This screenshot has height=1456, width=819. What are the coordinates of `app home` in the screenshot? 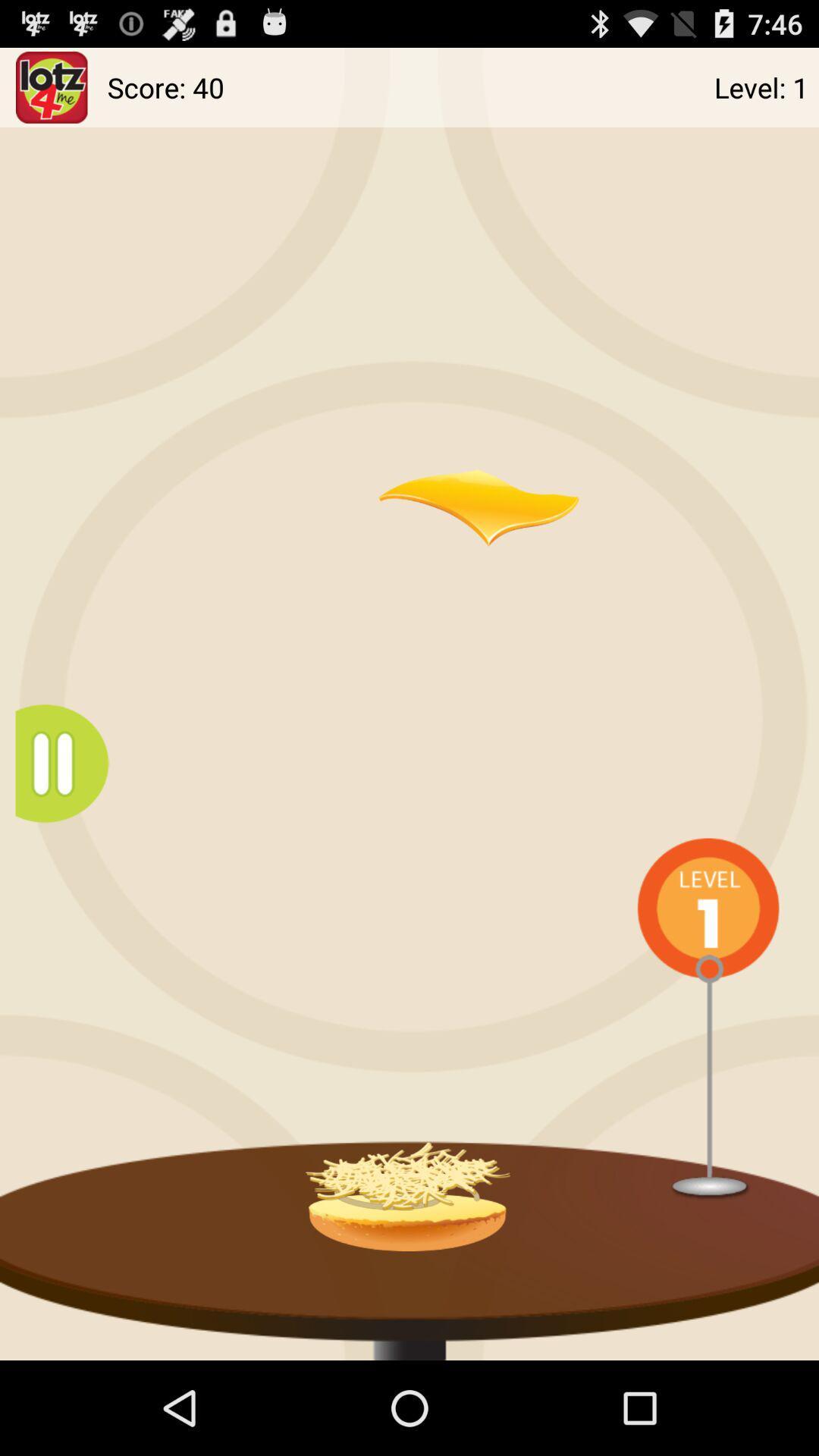 It's located at (51, 86).